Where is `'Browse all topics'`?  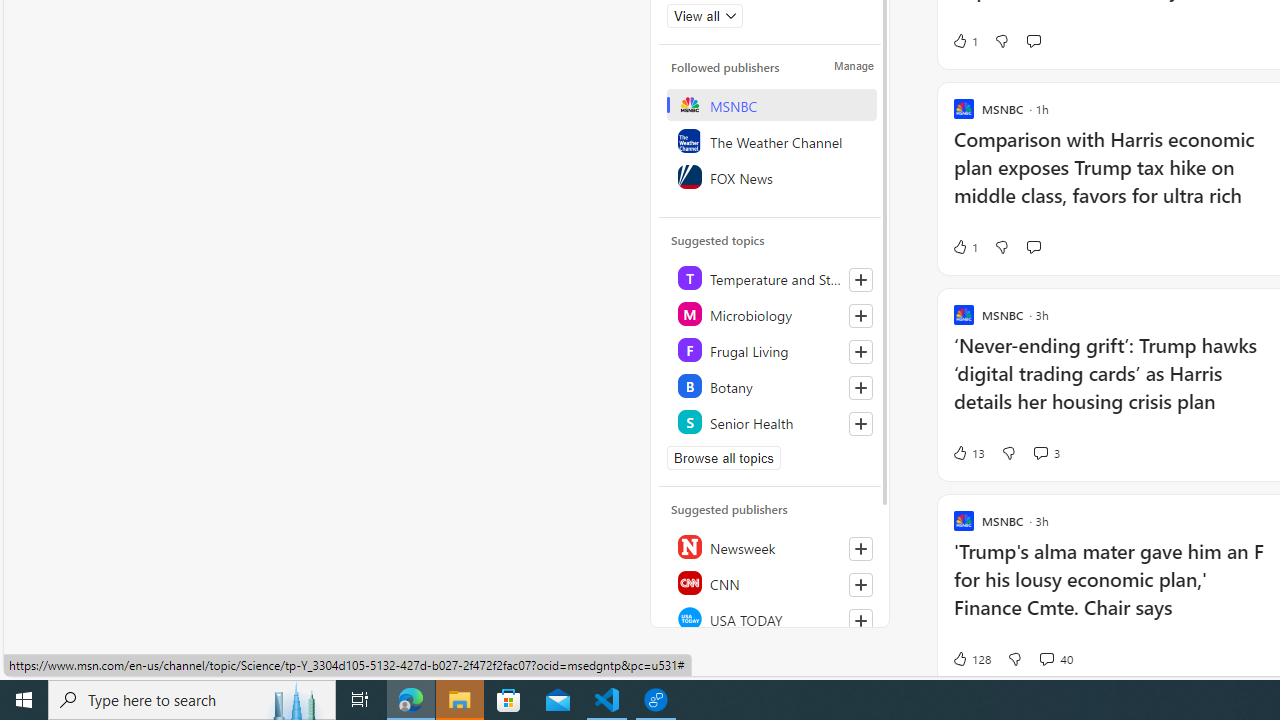 'Browse all topics' is located at coordinates (723, 457).